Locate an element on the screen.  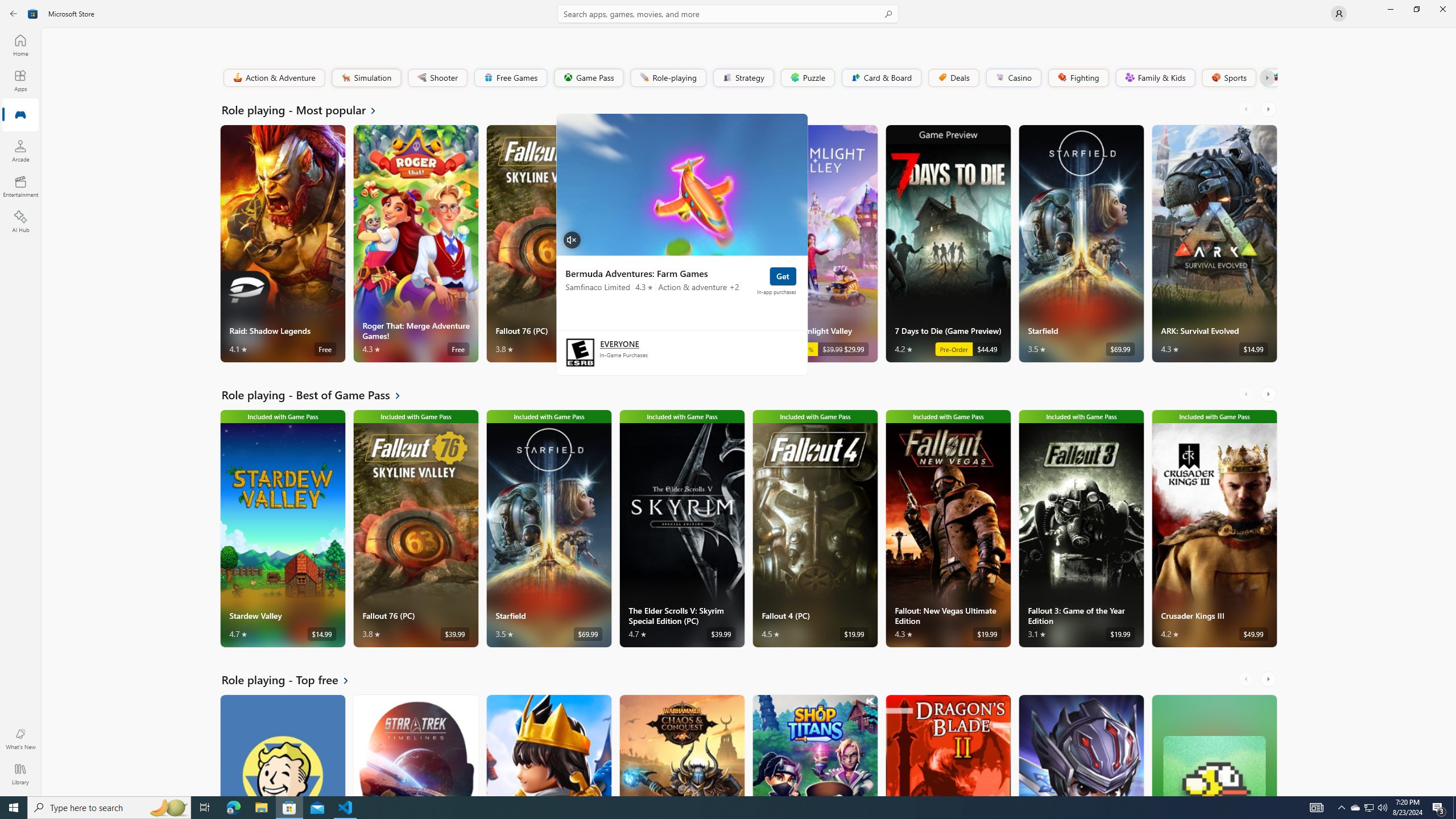
'Simulation' is located at coordinates (366, 77).